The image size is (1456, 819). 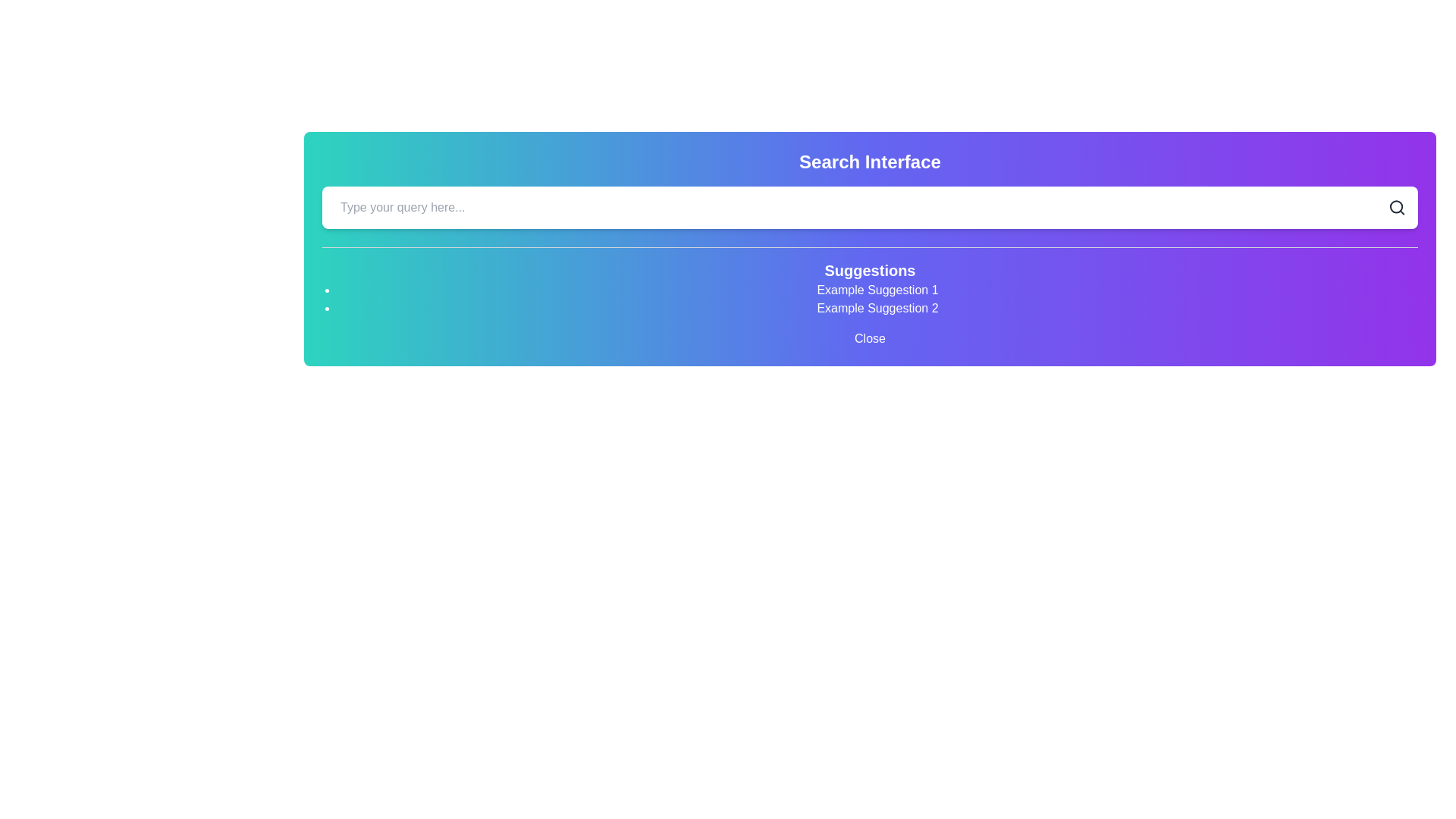 What do you see at coordinates (1395, 207) in the screenshot?
I see `the circular icon of the search symbol located towards the right edge of the search bar` at bounding box center [1395, 207].